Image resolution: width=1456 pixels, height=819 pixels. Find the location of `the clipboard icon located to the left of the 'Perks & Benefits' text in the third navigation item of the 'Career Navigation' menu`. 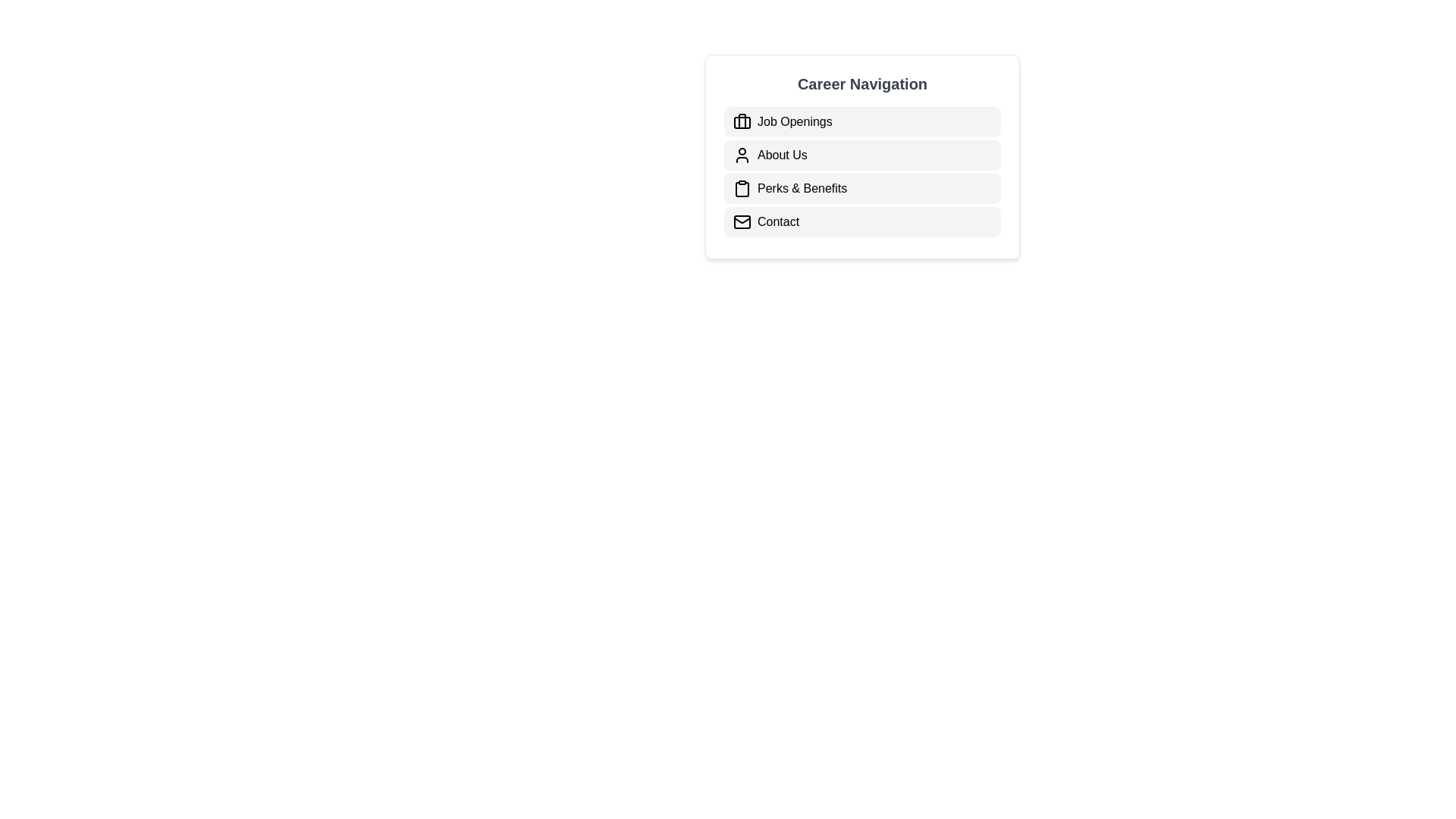

the clipboard icon located to the left of the 'Perks & Benefits' text in the third navigation item of the 'Career Navigation' menu is located at coordinates (742, 188).